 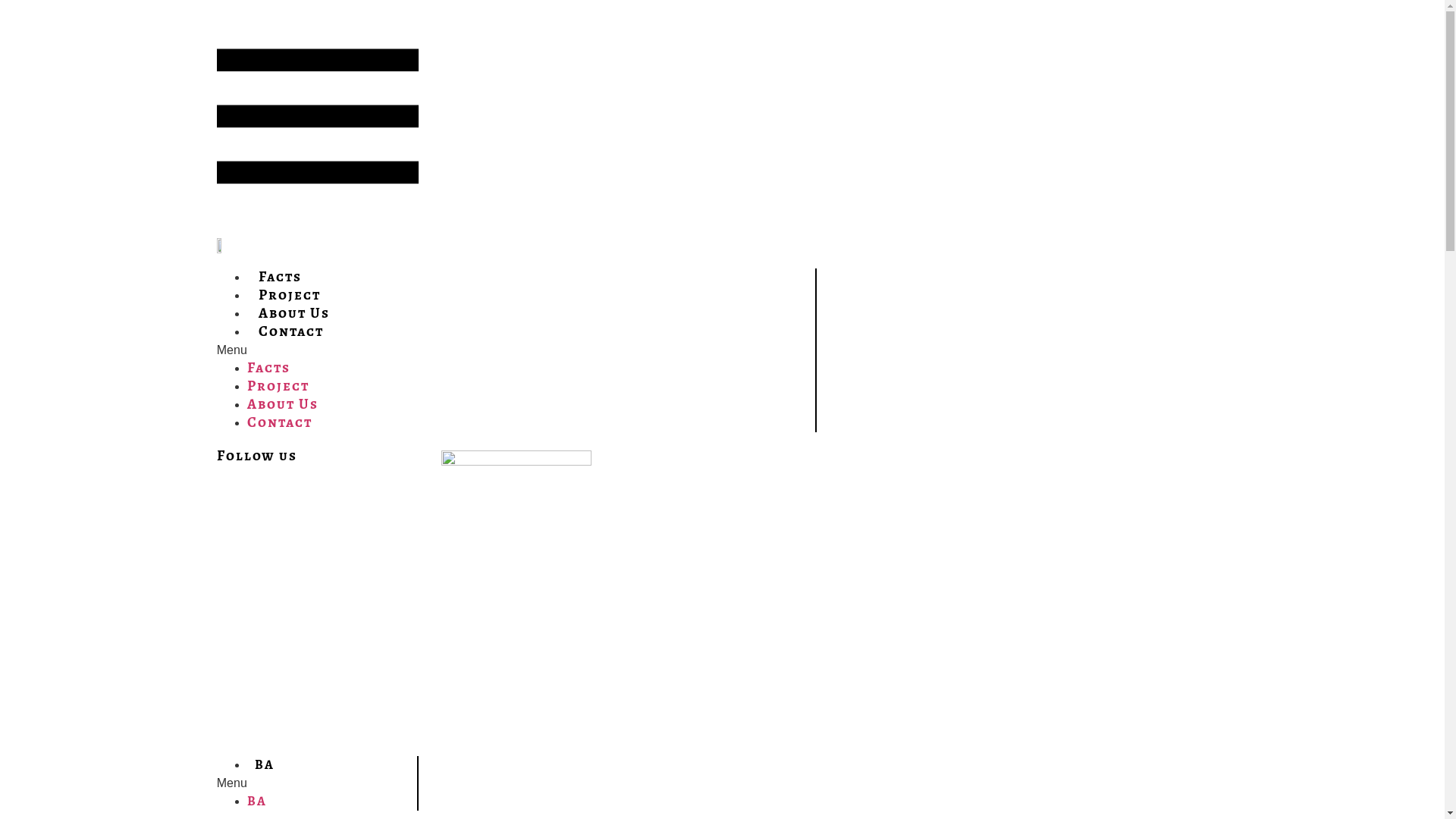 I want to click on 'Contact', so click(x=291, y=330).